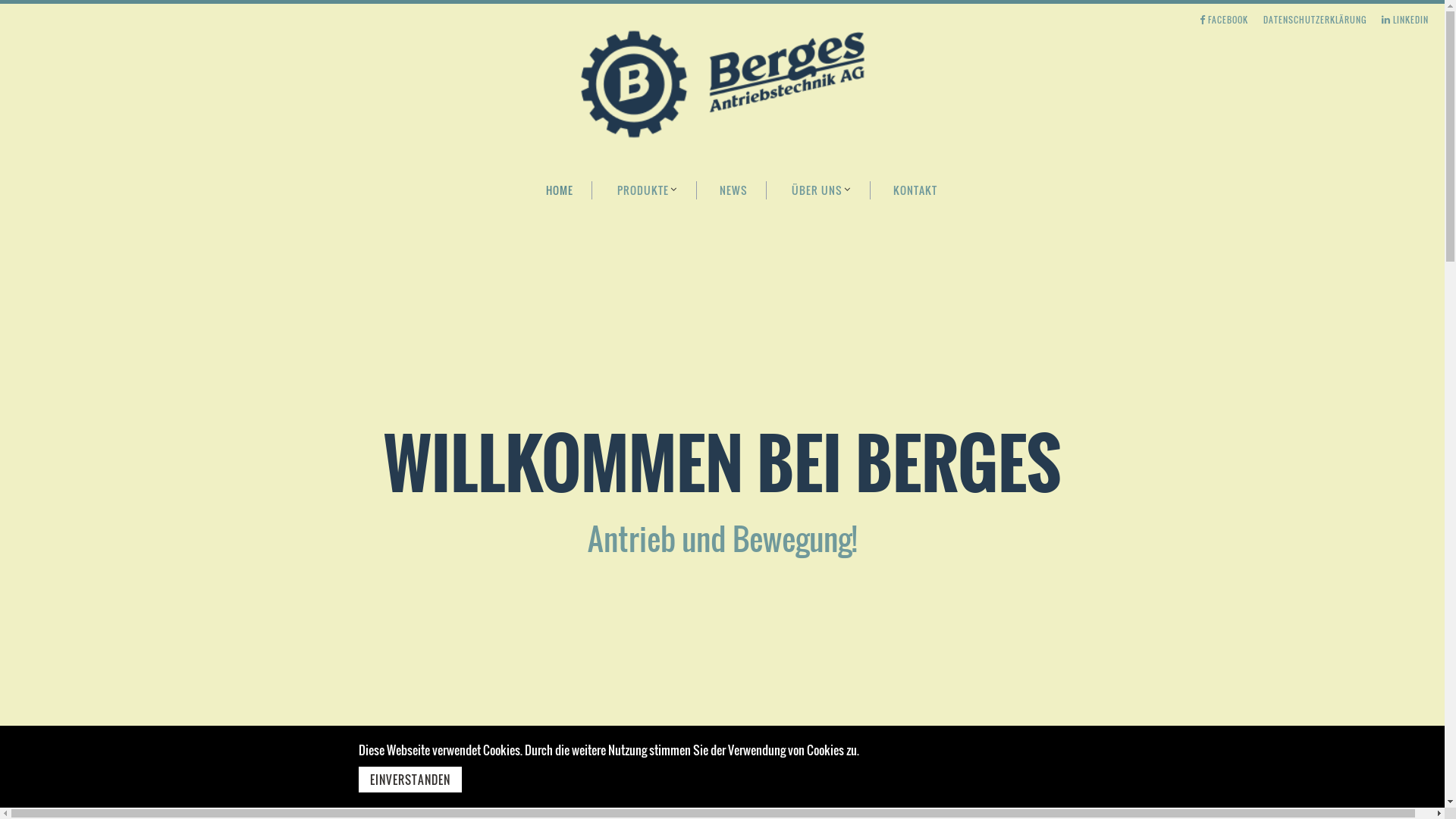 This screenshot has width=1456, height=819. What do you see at coordinates (735, 186) in the screenshot?
I see `'NEWS'` at bounding box center [735, 186].